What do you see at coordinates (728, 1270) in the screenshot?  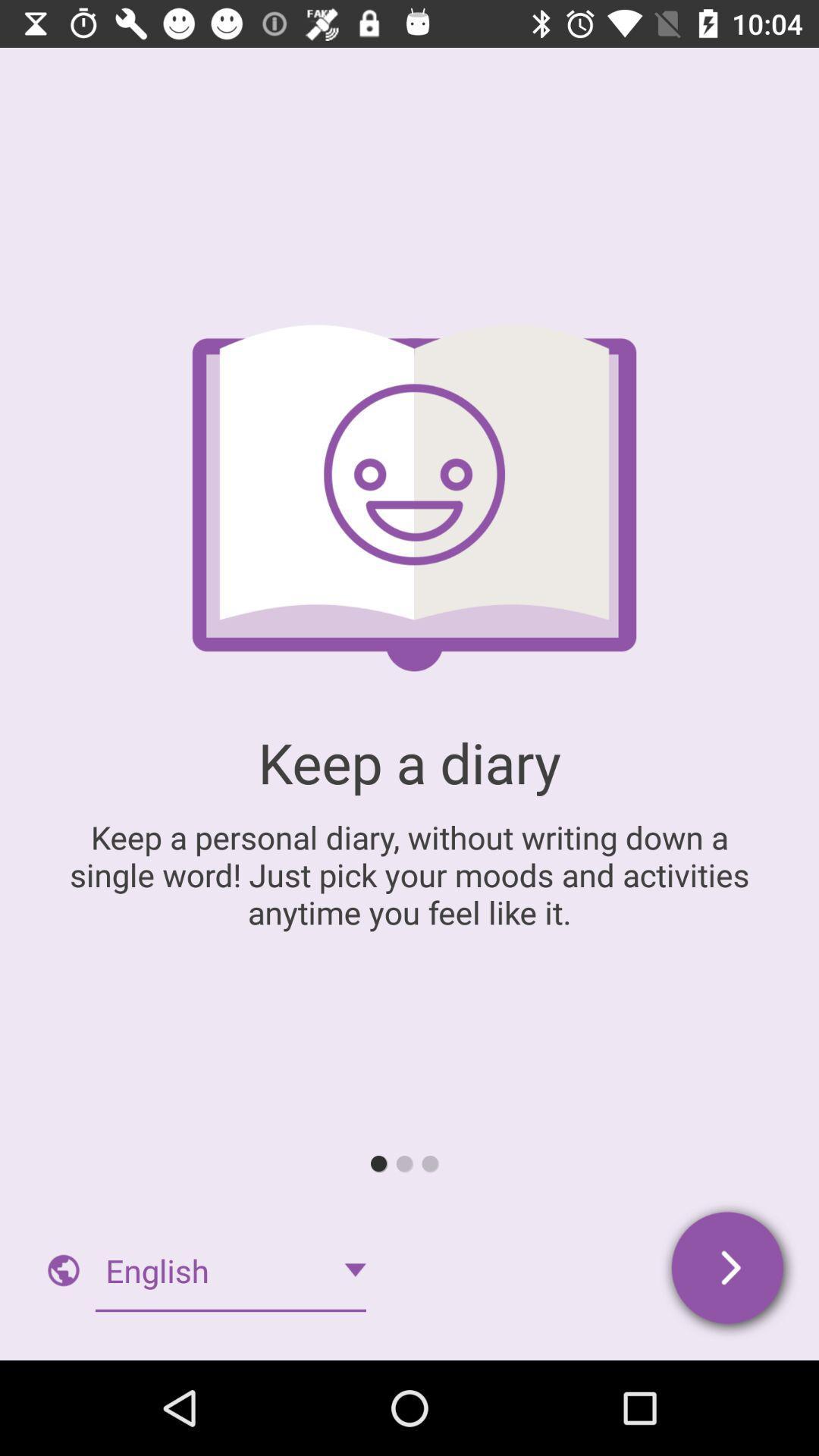 I see `proceed to next page` at bounding box center [728, 1270].